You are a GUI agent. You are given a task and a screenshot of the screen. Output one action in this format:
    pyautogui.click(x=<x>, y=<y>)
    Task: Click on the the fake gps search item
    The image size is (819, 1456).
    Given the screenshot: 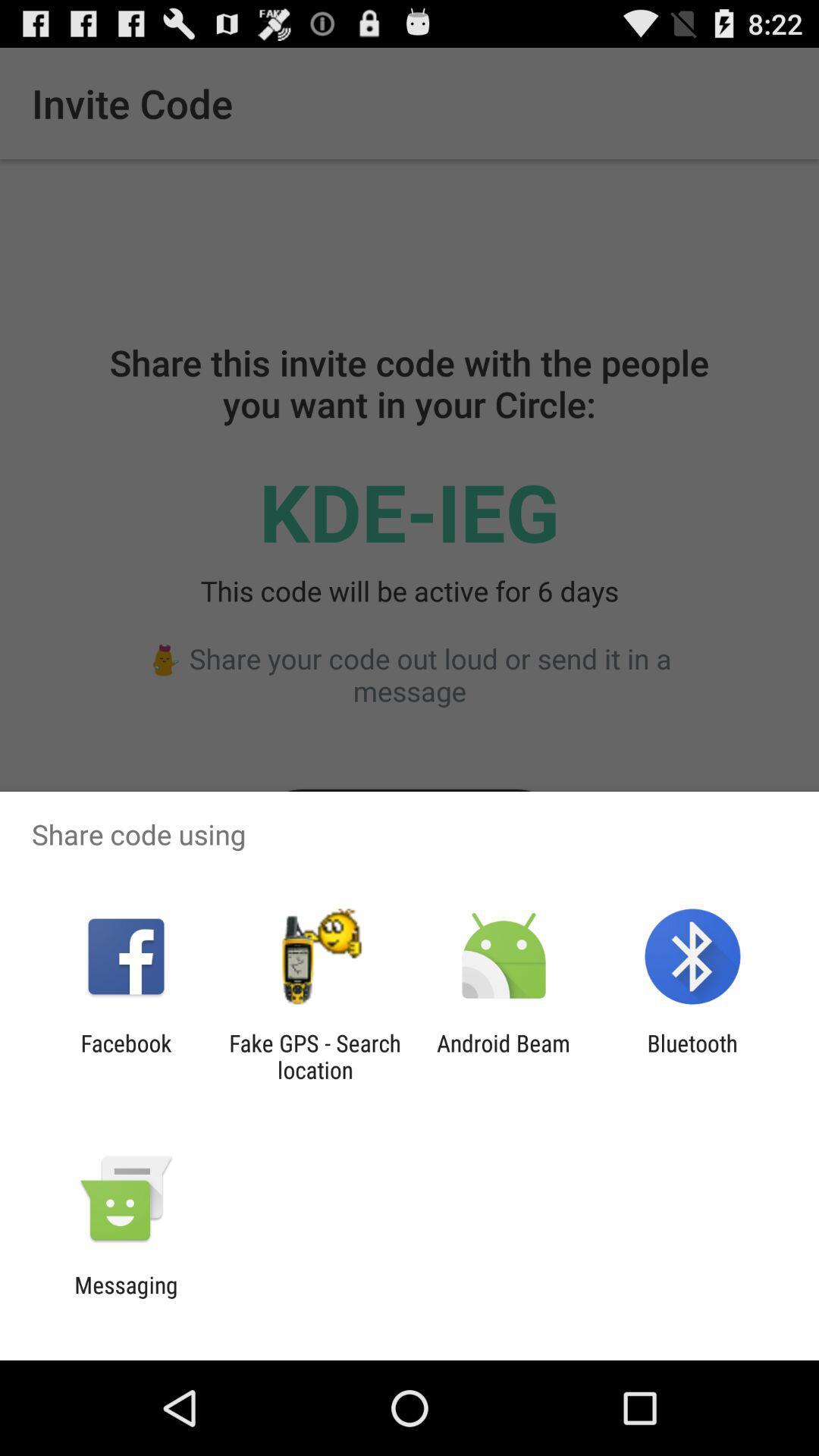 What is the action you would take?
    pyautogui.click(x=314, y=1056)
    